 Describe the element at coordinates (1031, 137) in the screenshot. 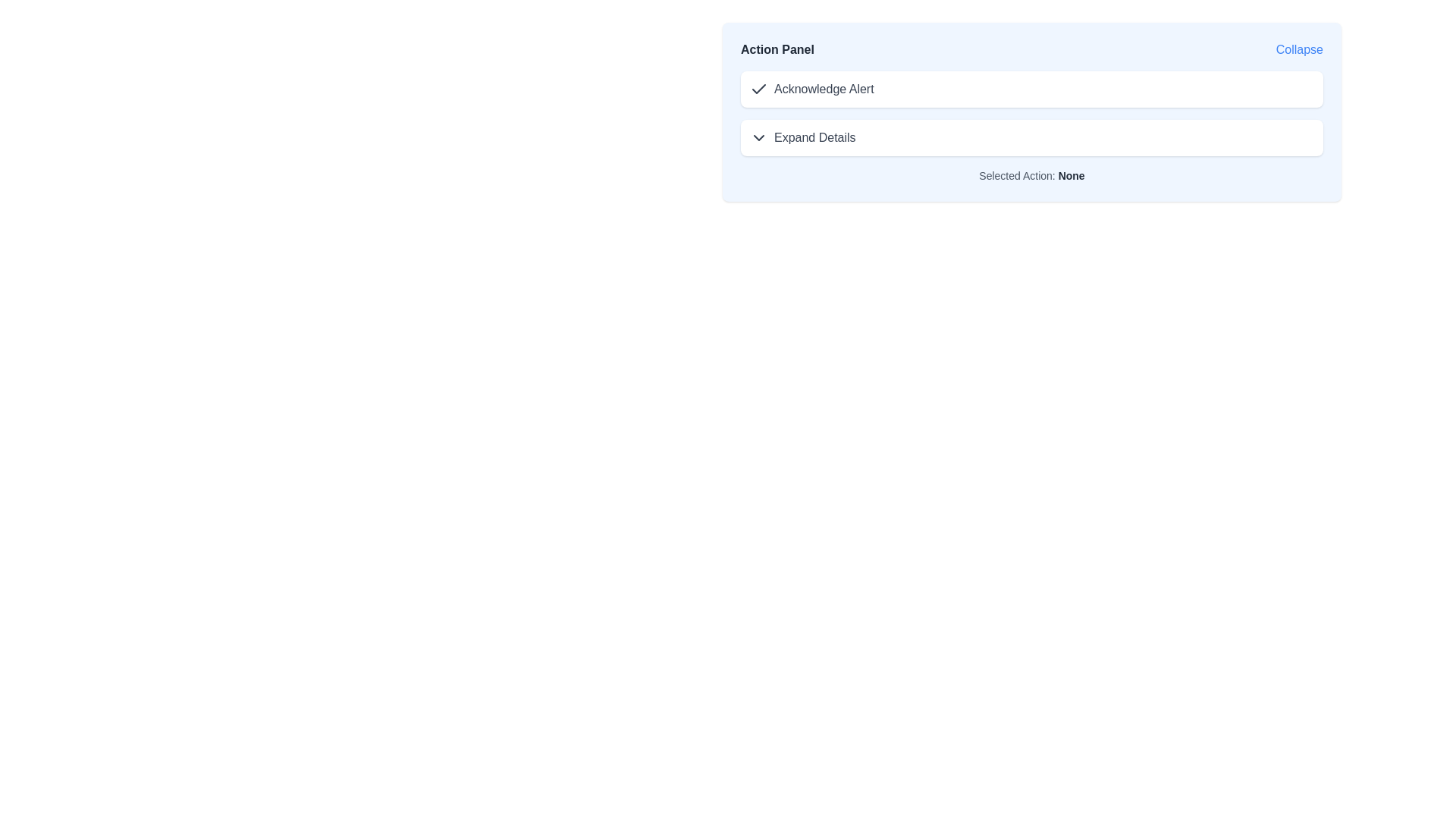

I see `the expandable button located below the 'Acknowledge Alert' button` at that location.